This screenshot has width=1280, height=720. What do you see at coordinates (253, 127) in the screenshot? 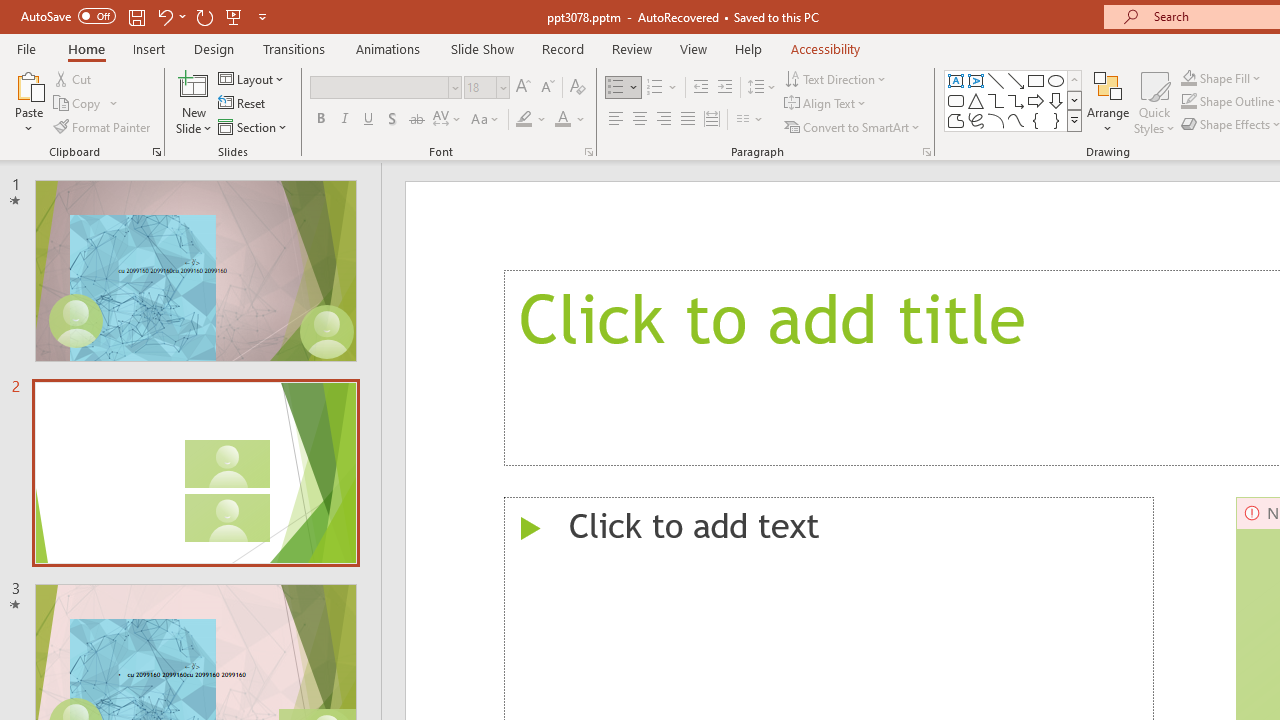
I see `'Section'` at bounding box center [253, 127].